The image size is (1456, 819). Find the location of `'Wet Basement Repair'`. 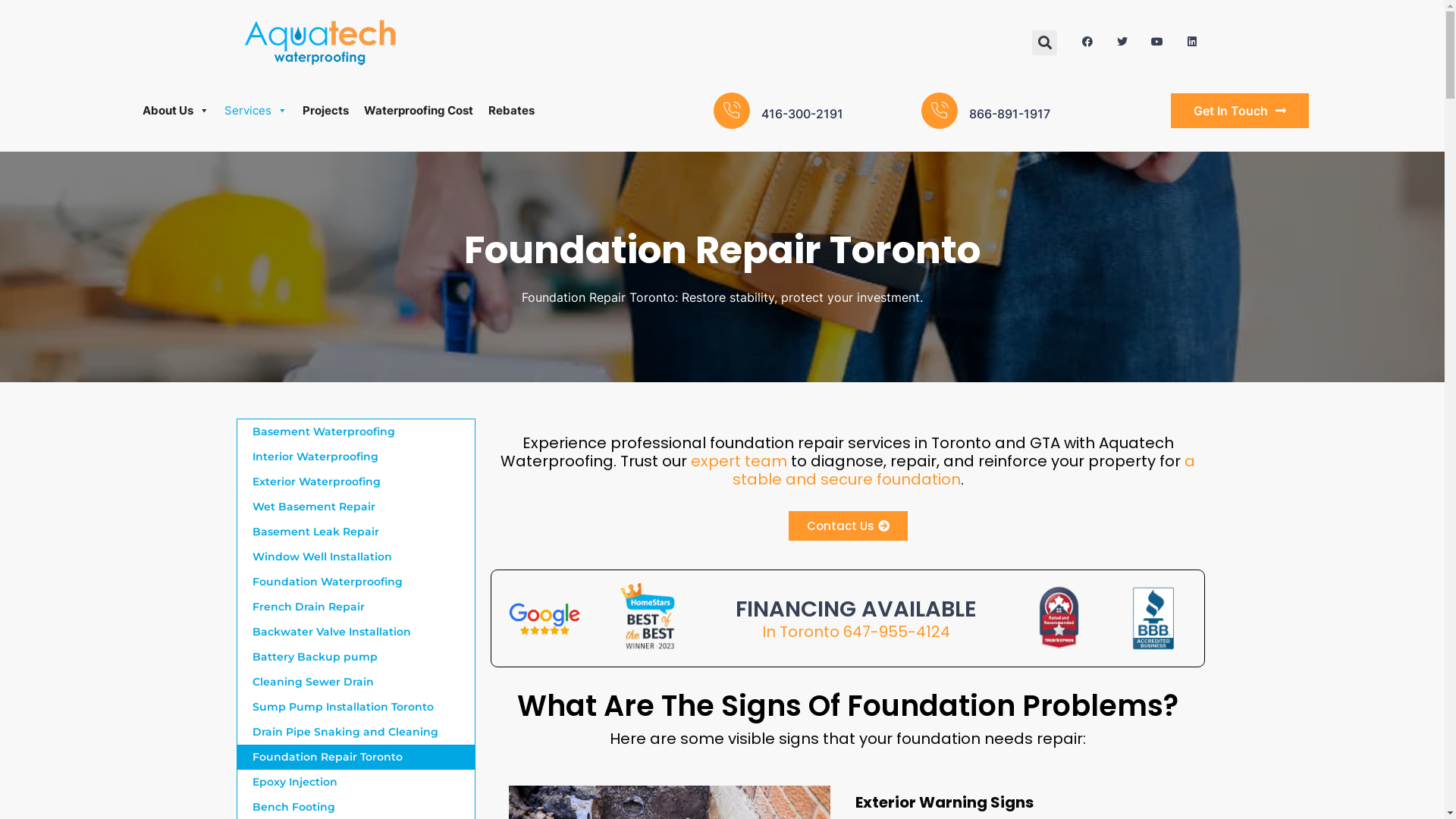

'Wet Basement Repair' is located at coordinates (355, 507).